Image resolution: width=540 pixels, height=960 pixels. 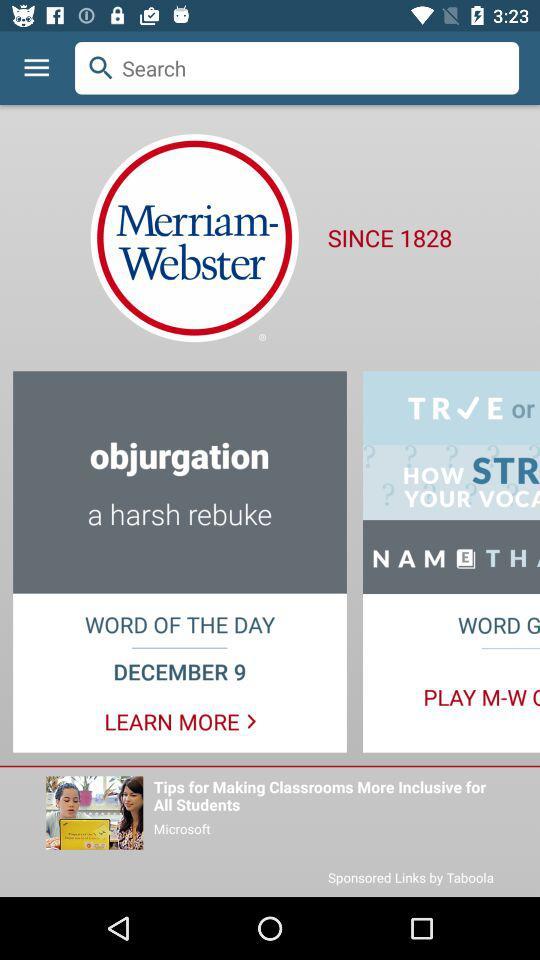 What do you see at coordinates (194, 237) in the screenshot?
I see `the logo below the search bar on the web page` at bounding box center [194, 237].